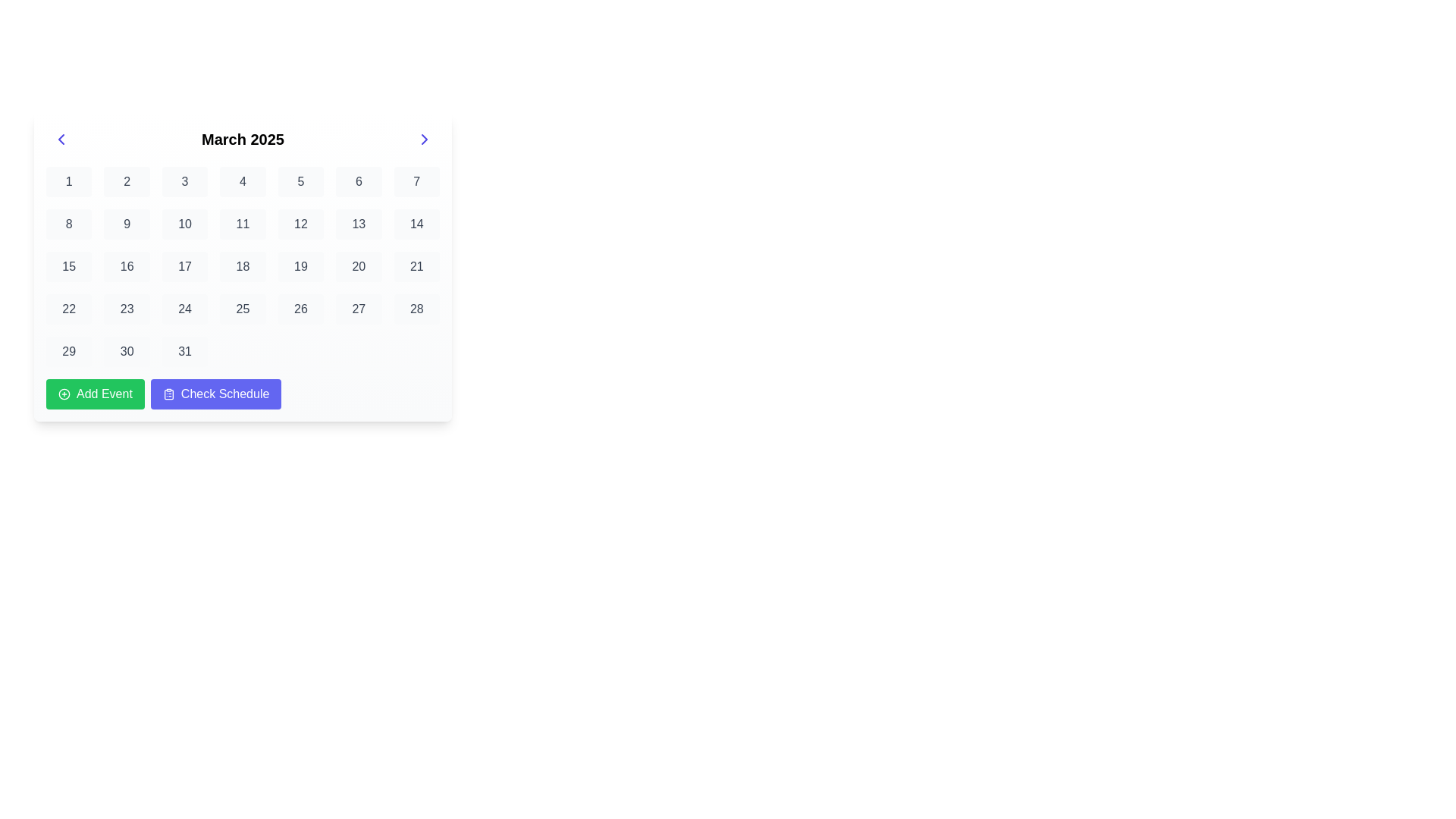  Describe the element at coordinates (300, 224) in the screenshot. I see `the calendar date cell displaying the number '12' in the March 2025 calendar grid, which is styled with a light gray background and rounded corners` at that location.